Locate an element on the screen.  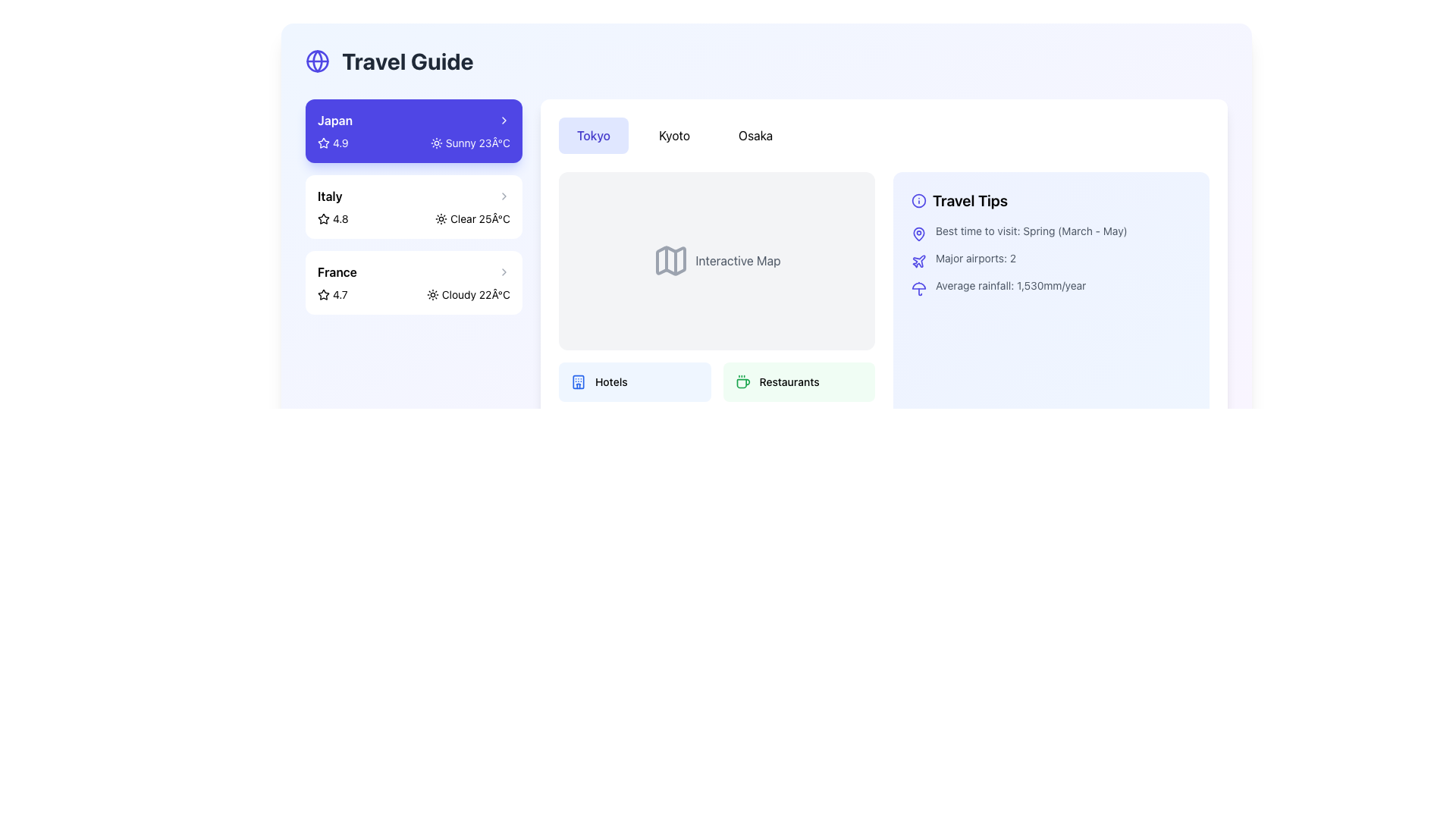
the static text component displaying the current weather condition and temperature for 'Japan', which is aligned with a sunny icon and is located in the rightmost portion of the highlighted area is located at coordinates (477, 143).